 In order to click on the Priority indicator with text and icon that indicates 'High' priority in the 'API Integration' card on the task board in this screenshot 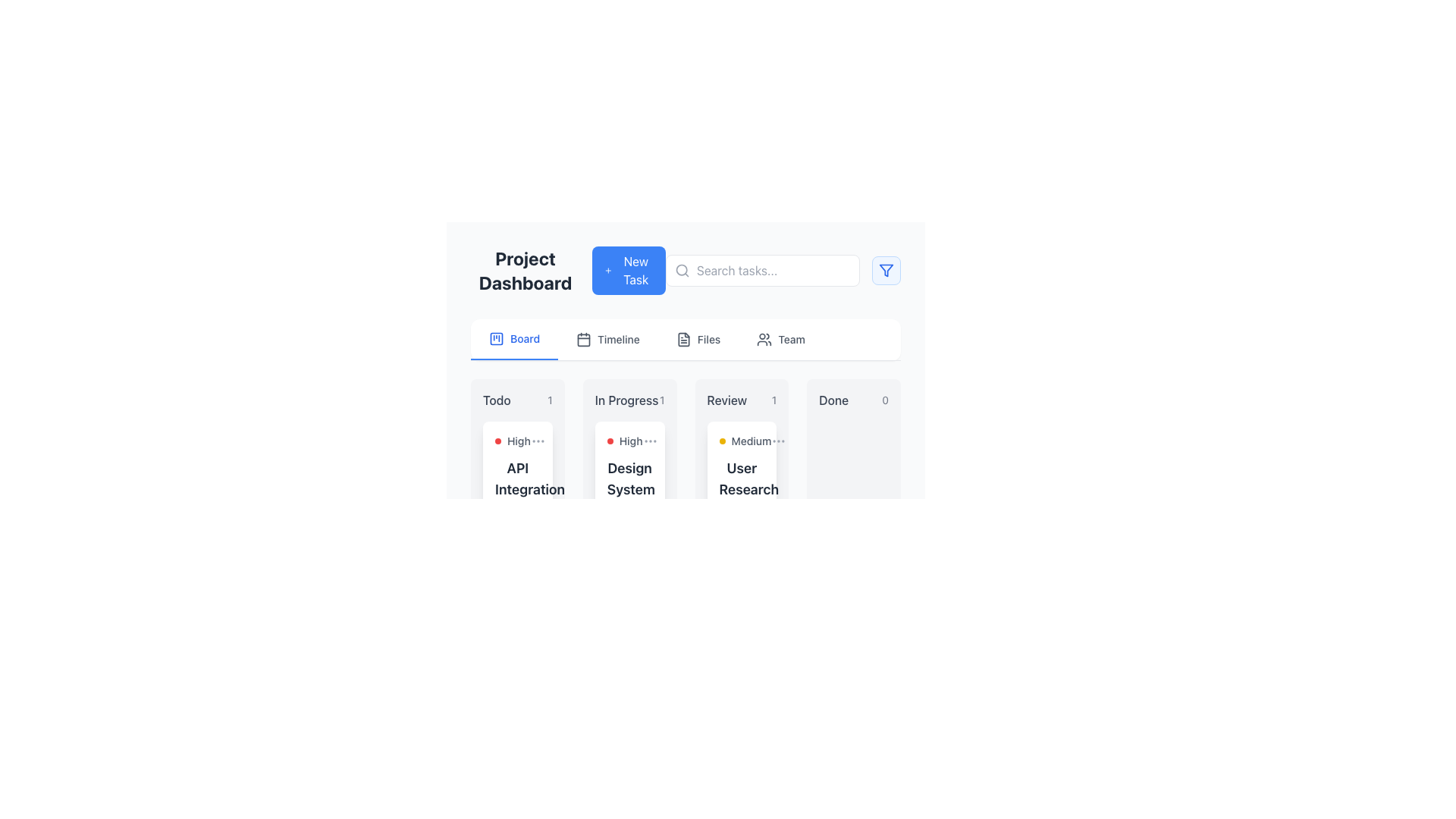, I will do `click(517, 441)`.